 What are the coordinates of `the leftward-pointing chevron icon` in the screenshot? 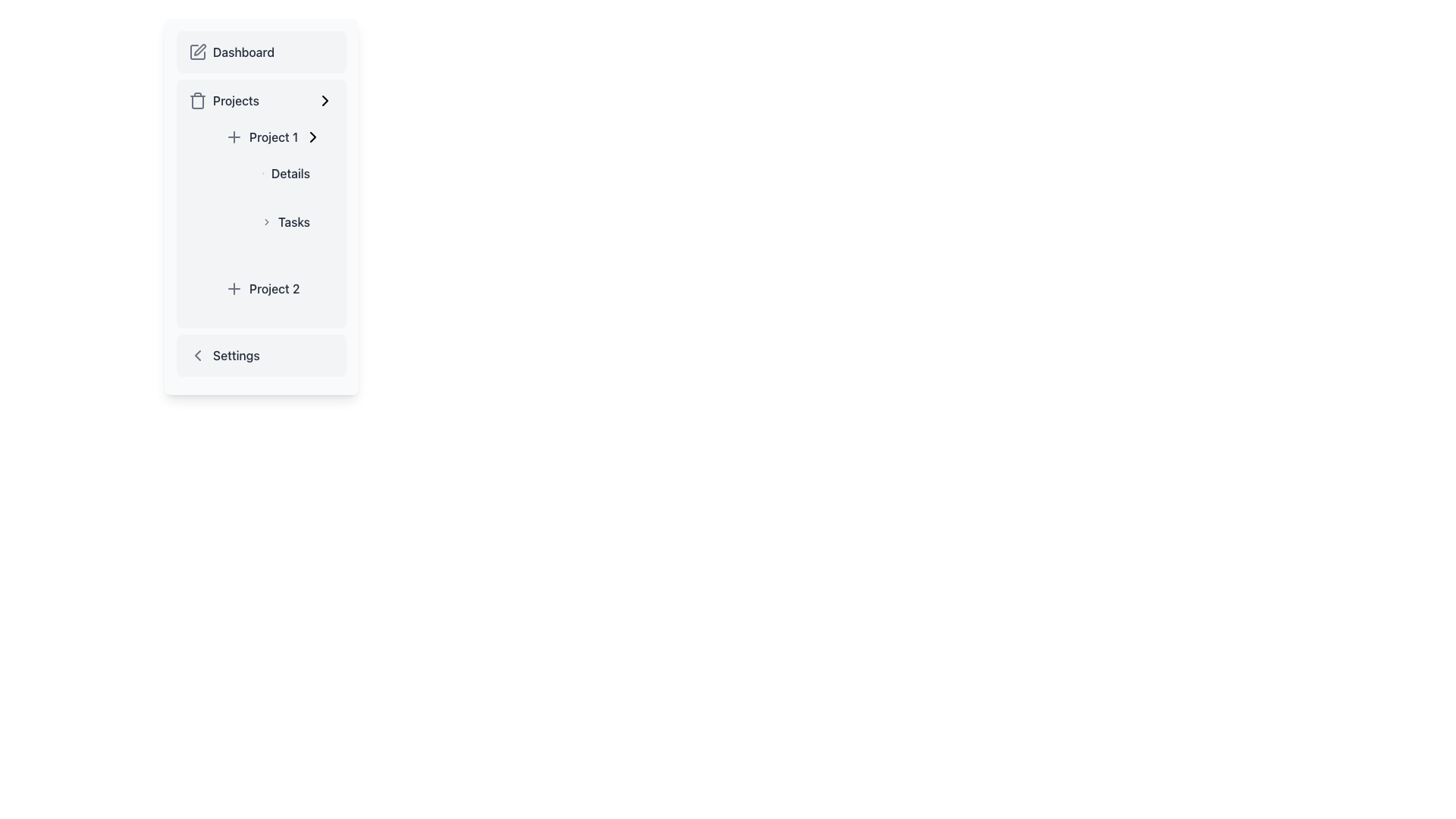 It's located at (196, 356).